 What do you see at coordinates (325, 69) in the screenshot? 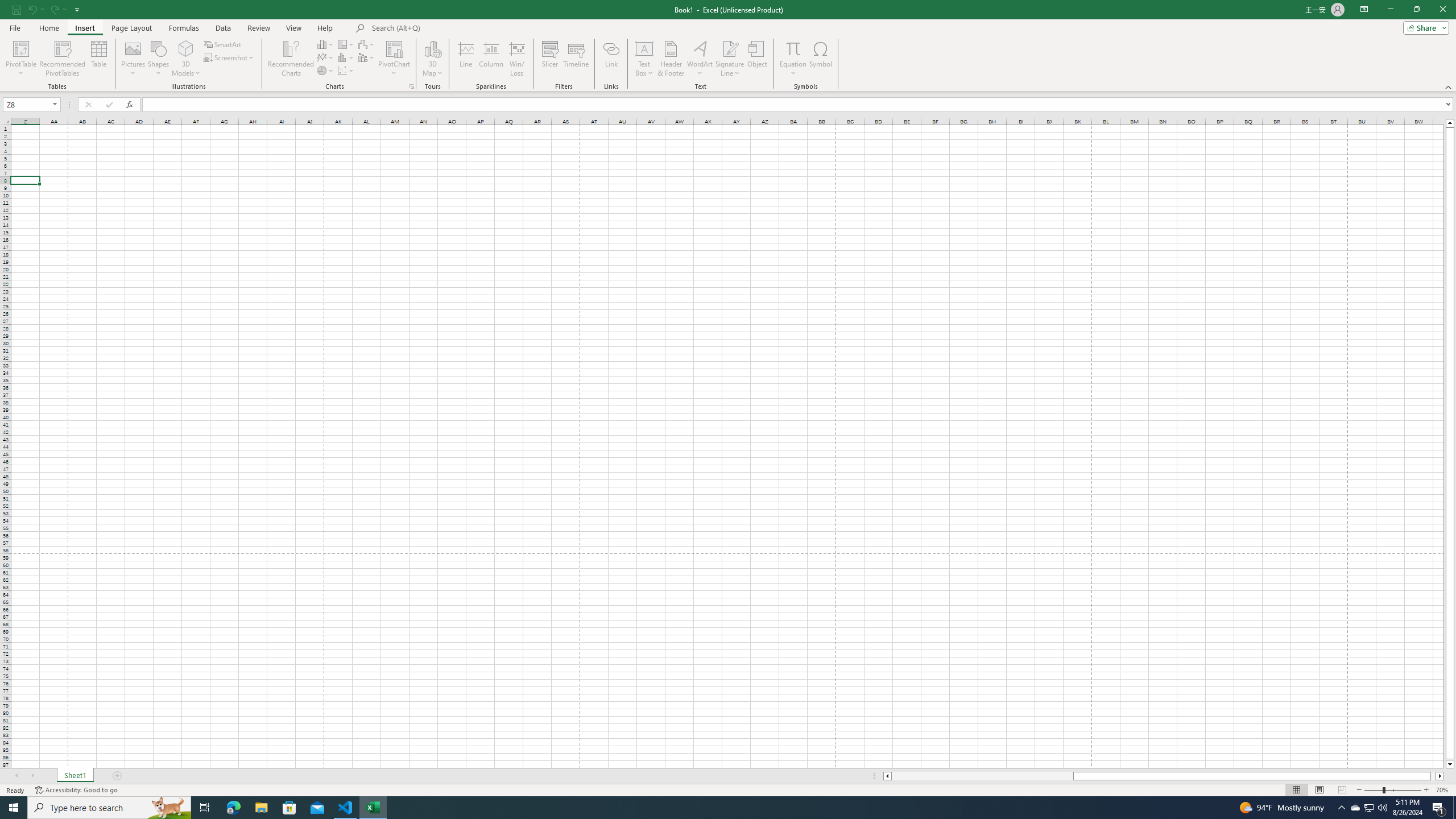
I see `'Insert Pie or Doughnut Chart'` at bounding box center [325, 69].